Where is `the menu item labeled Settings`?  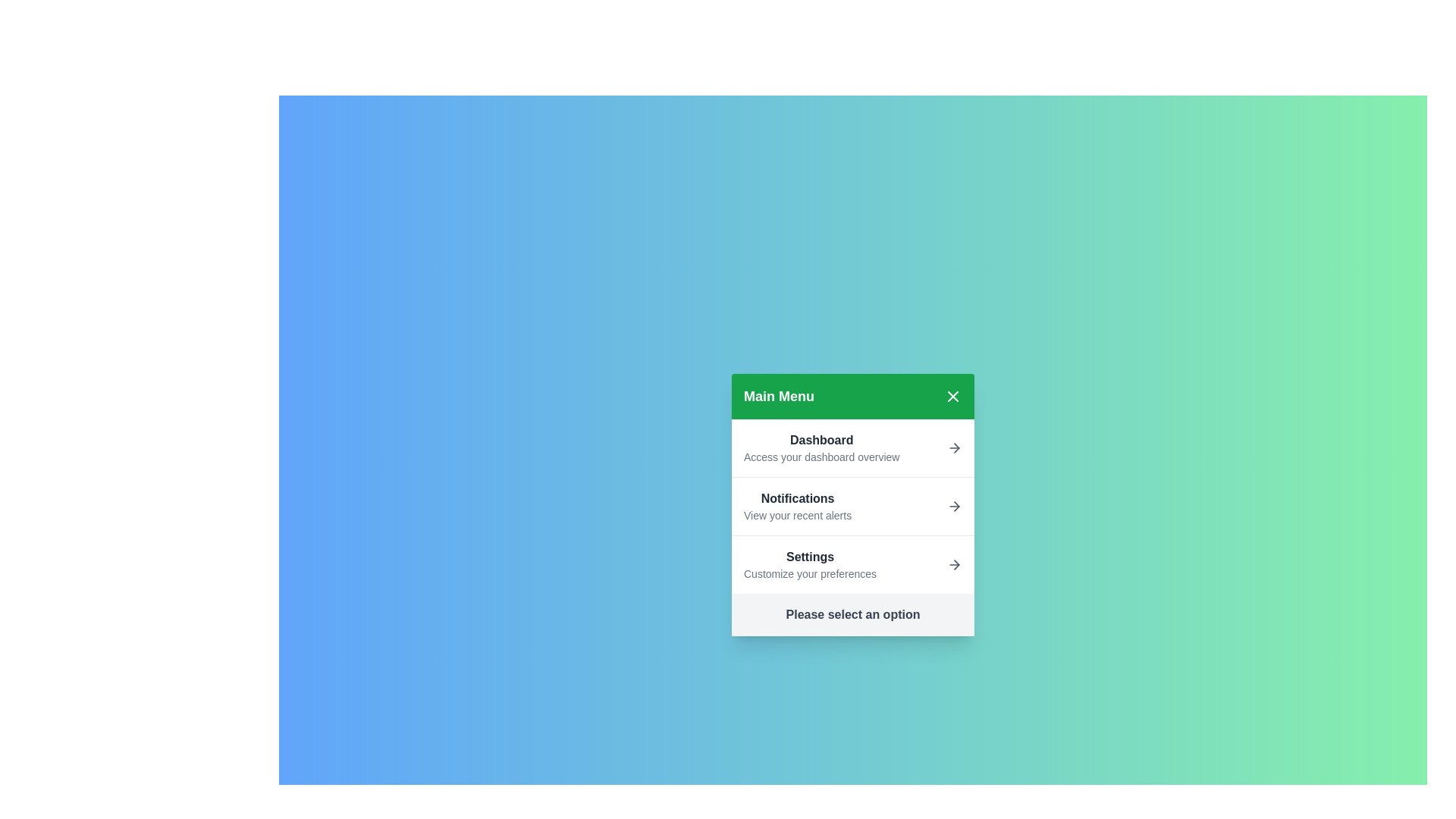 the menu item labeled Settings is located at coordinates (852, 564).